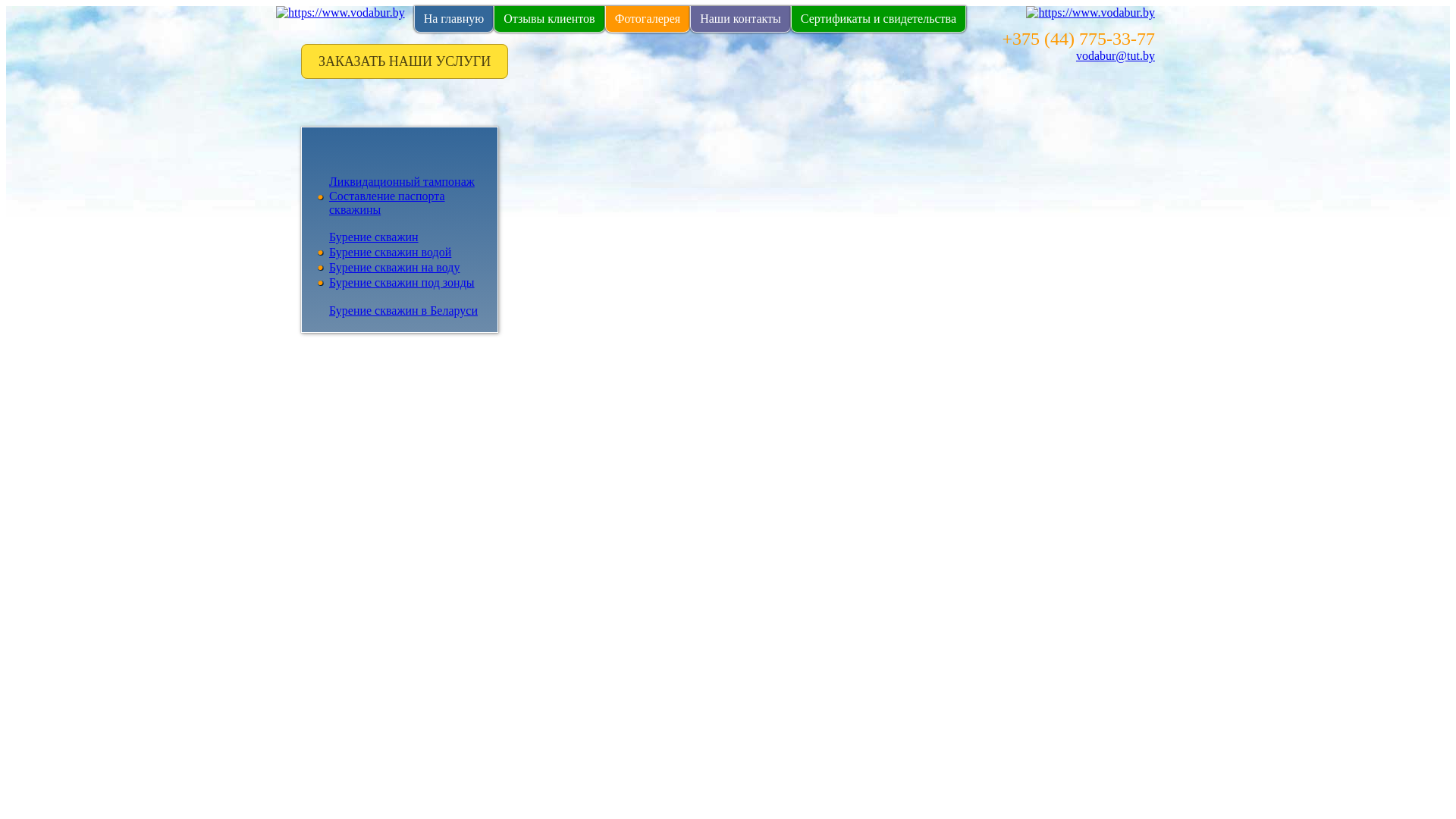  What do you see at coordinates (1115, 55) in the screenshot?
I see `'vodabur@tut.by'` at bounding box center [1115, 55].